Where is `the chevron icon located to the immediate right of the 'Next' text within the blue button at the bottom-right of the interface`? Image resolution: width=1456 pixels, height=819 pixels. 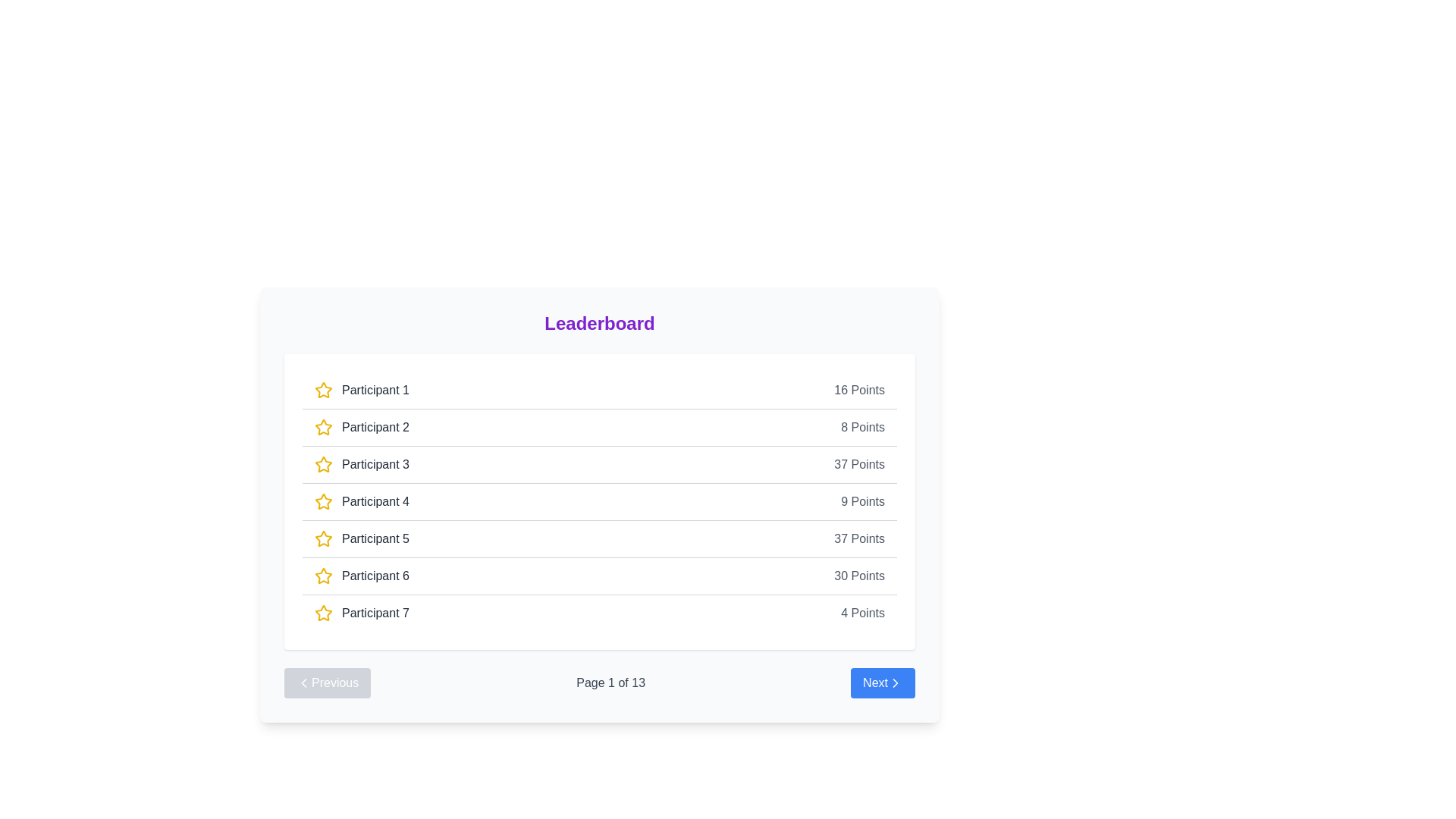
the chevron icon located to the immediate right of the 'Next' text within the blue button at the bottom-right of the interface is located at coordinates (895, 683).